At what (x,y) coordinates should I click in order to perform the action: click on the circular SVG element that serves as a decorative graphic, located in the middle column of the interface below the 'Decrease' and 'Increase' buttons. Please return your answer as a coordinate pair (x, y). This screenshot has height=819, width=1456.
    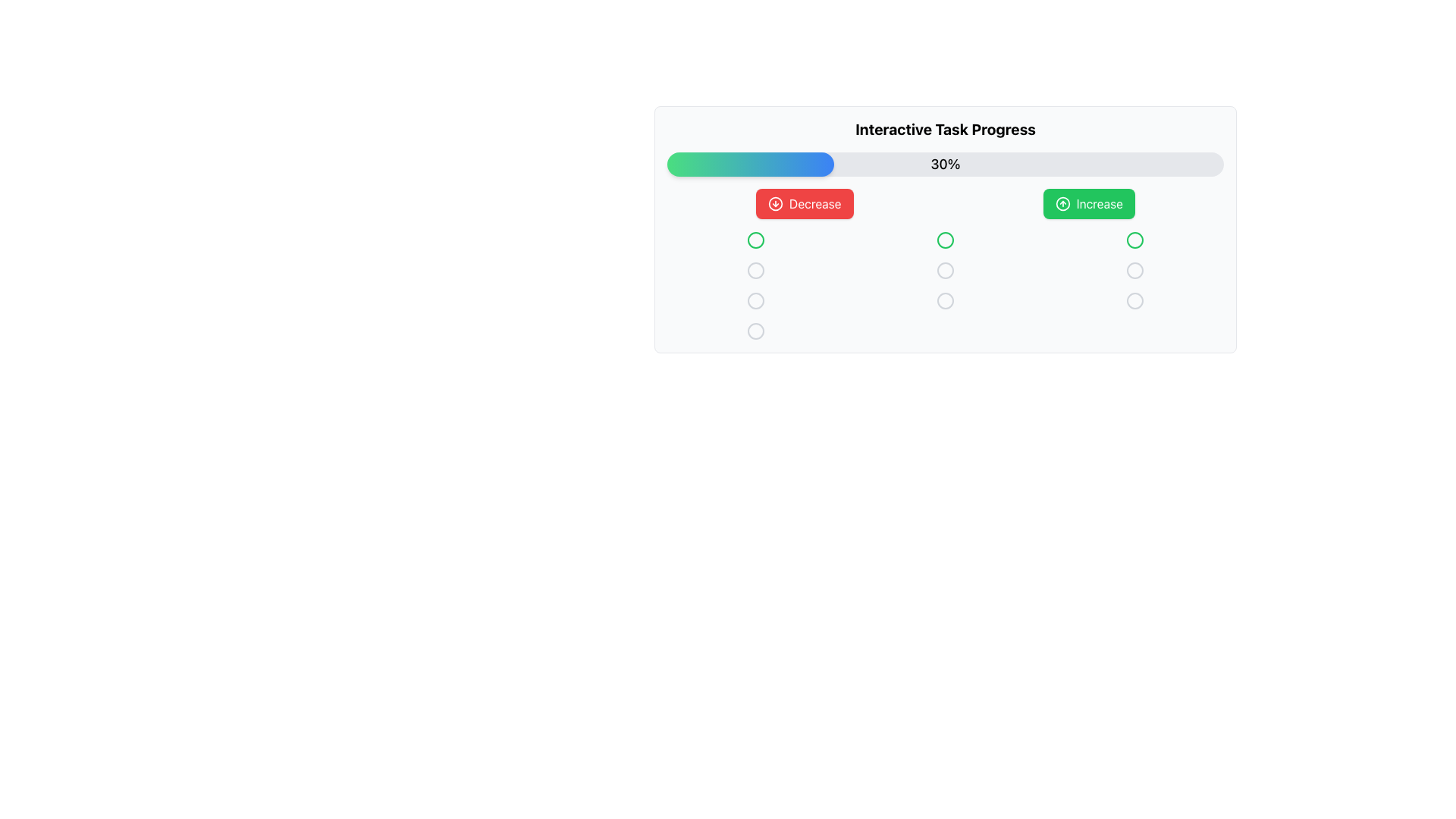
    Looking at the image, I should click on (945, 239).